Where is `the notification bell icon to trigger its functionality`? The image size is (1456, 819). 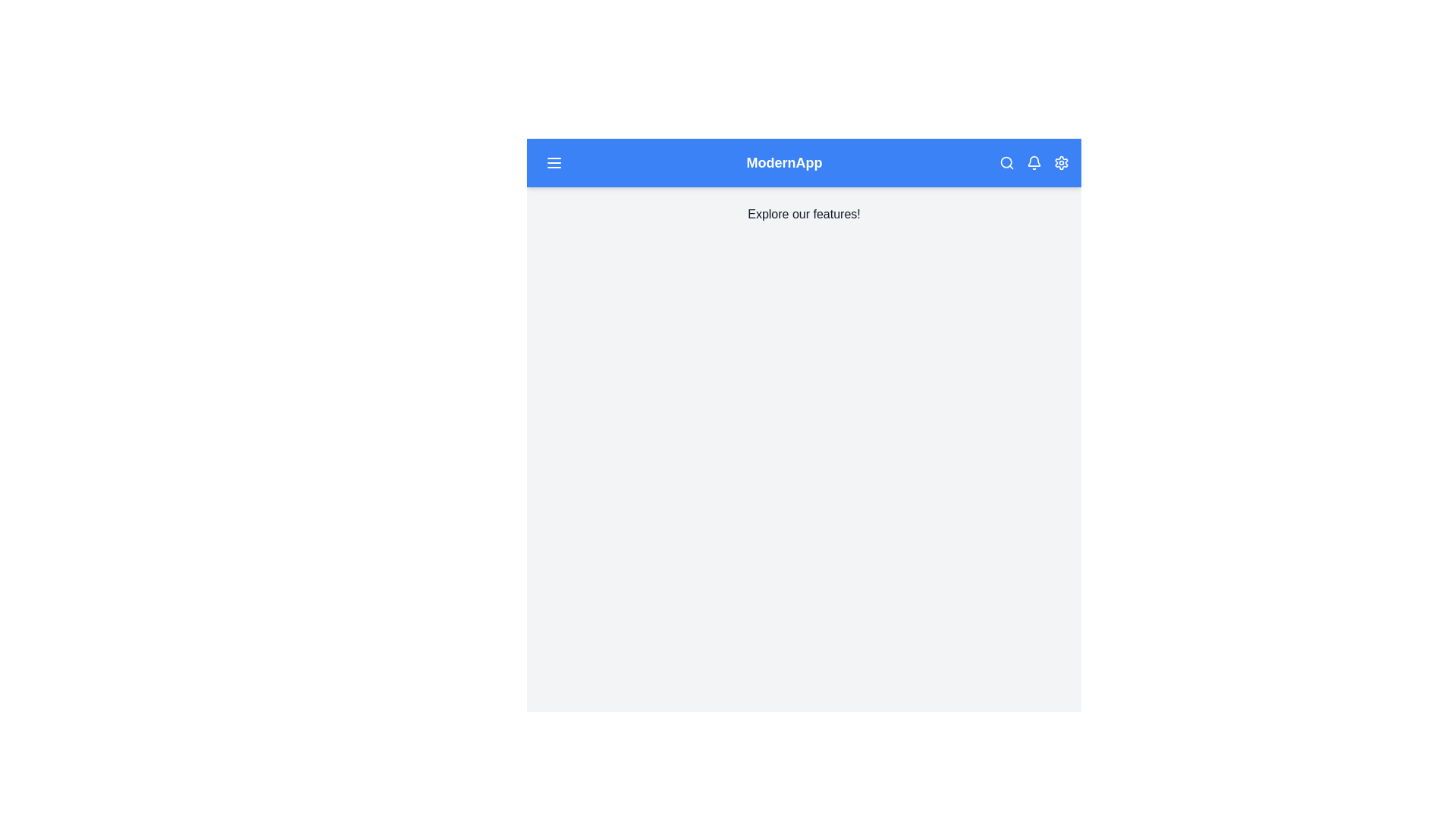 the notification bell icon to trigger its functionality is located at coordinates (1033, 163).